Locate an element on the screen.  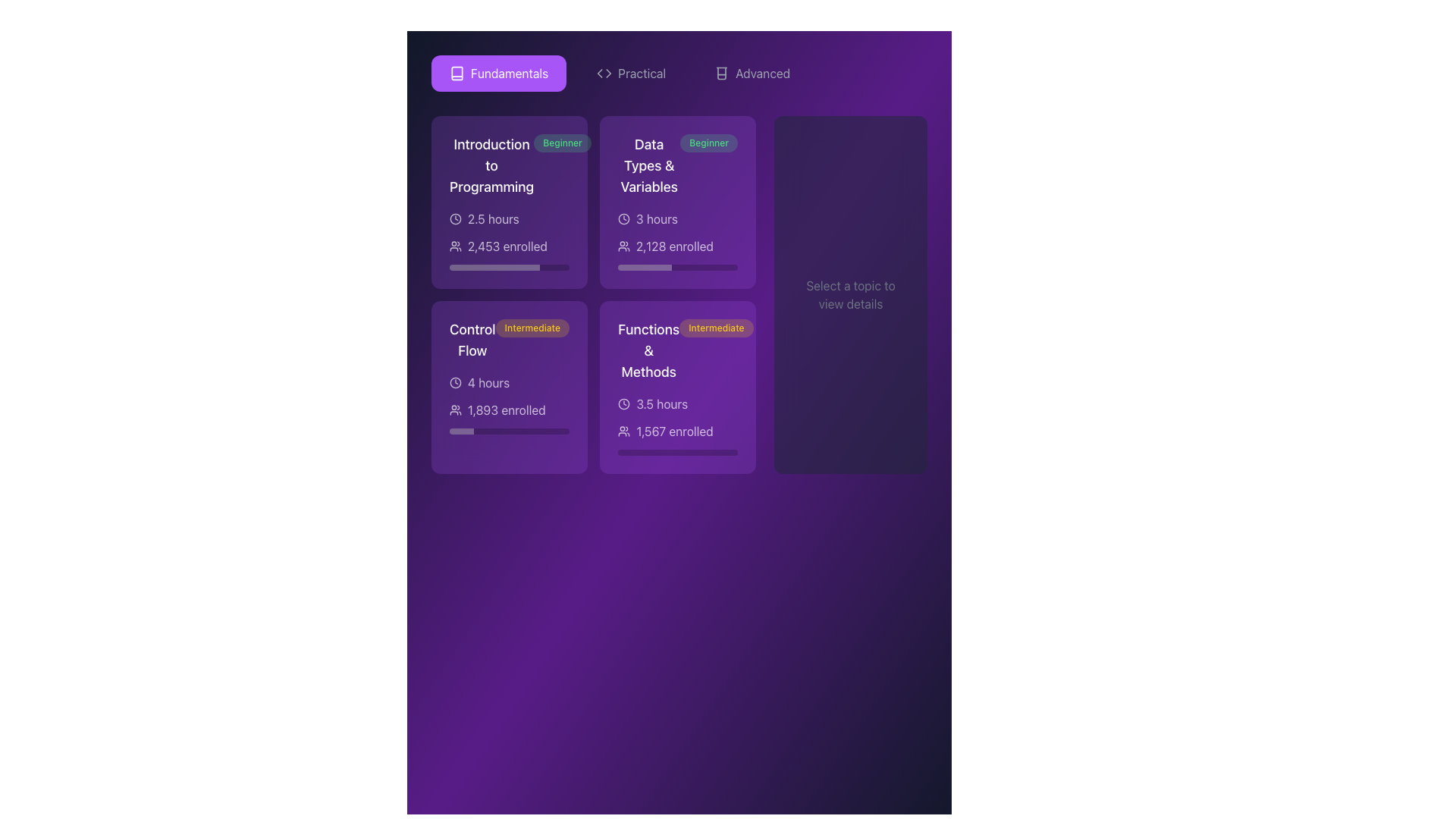
information displayed in the text block that shows '3 hours 2,128 enrolled' with a purple background and white text, located at the bottom of the 'Data Types & Variables' card in the 'Beginner' category is located at coordinates (676, 239).